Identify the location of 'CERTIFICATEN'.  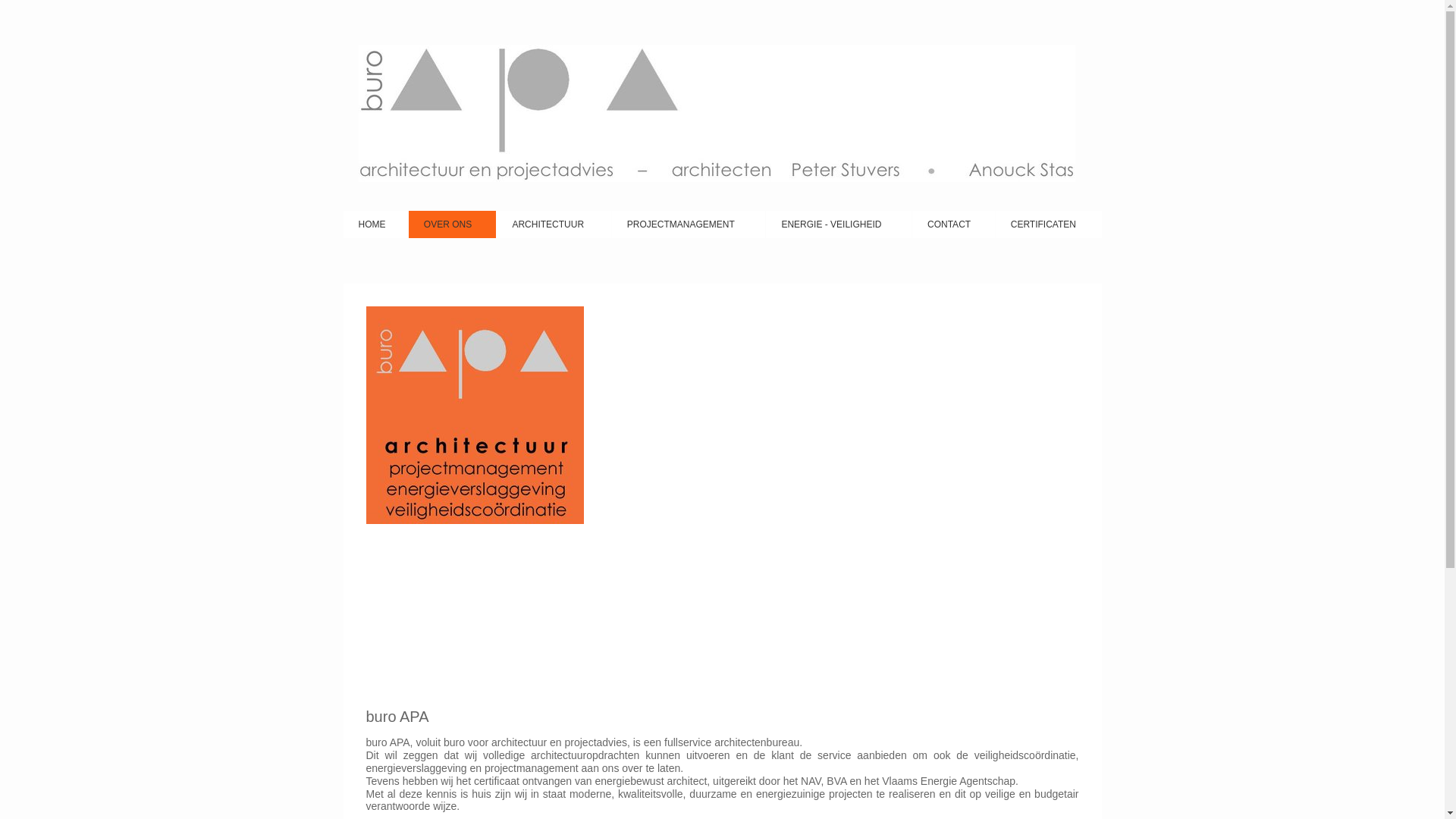
(996, 224).